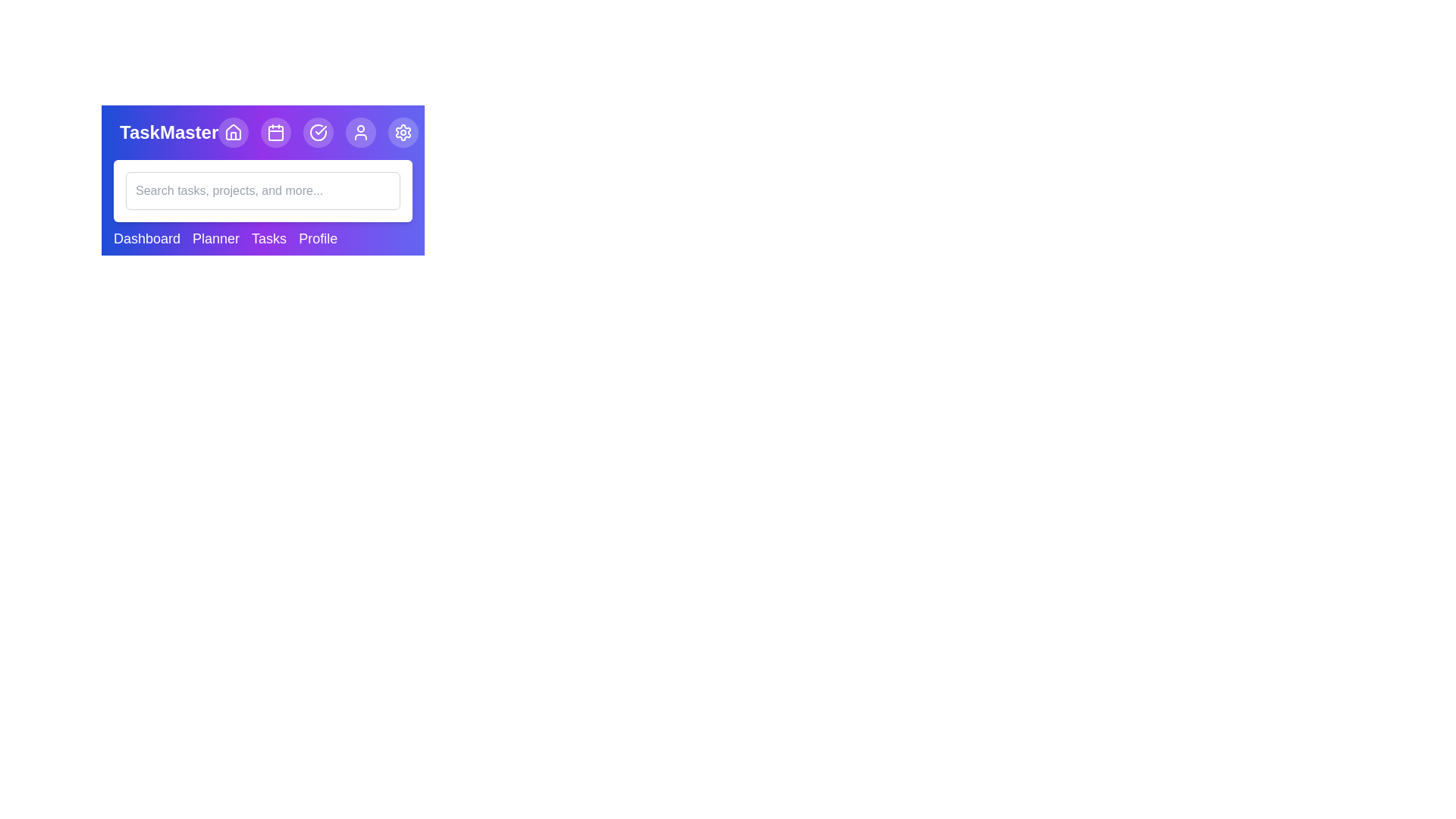 The width and height of the screenshot is (1456, 819). Describe the element at coordinates (215, 239) in the screenshot. I see `the menu item Planner` at that location.